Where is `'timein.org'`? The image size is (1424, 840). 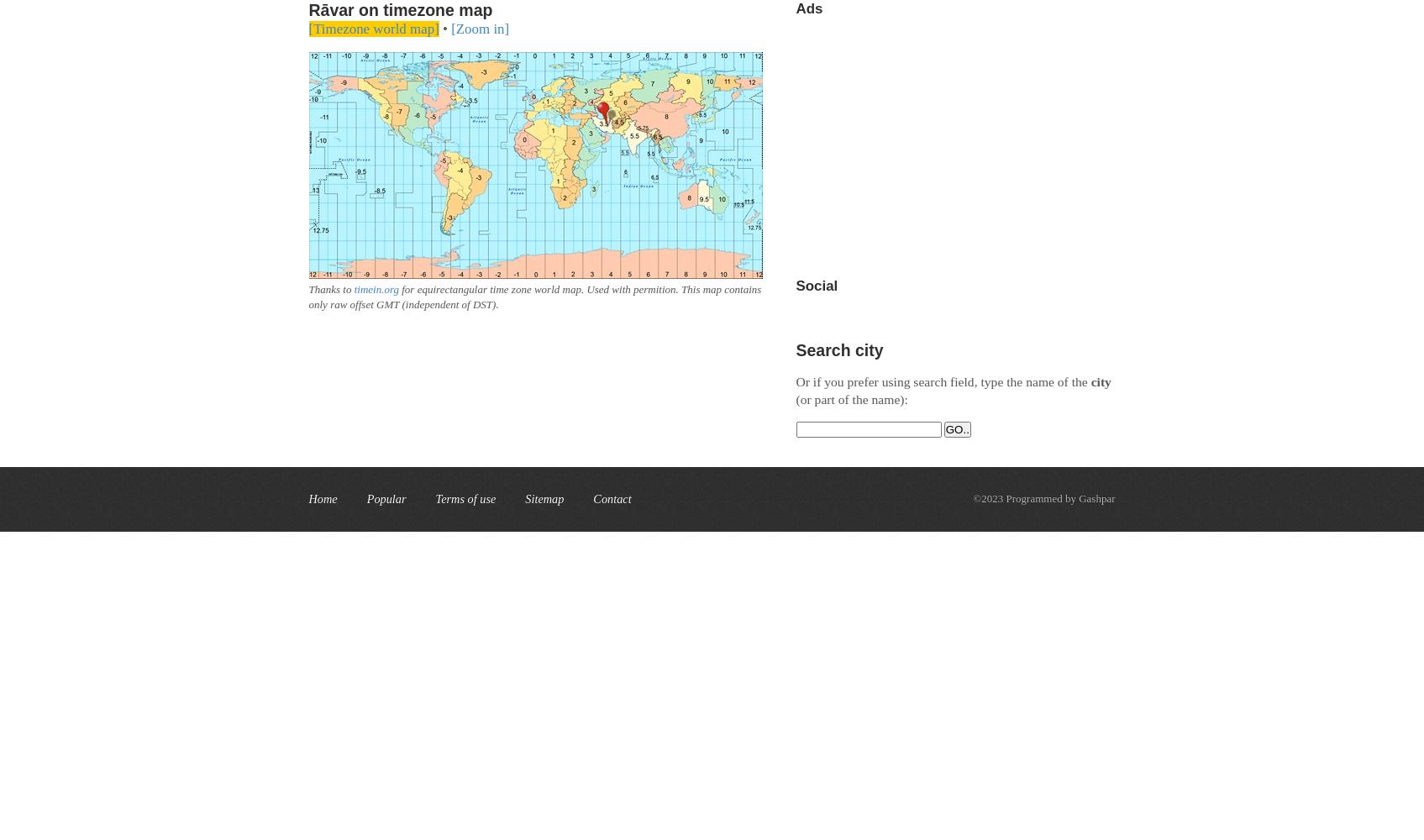
'timein.org' is located at coordinates (376, 288).